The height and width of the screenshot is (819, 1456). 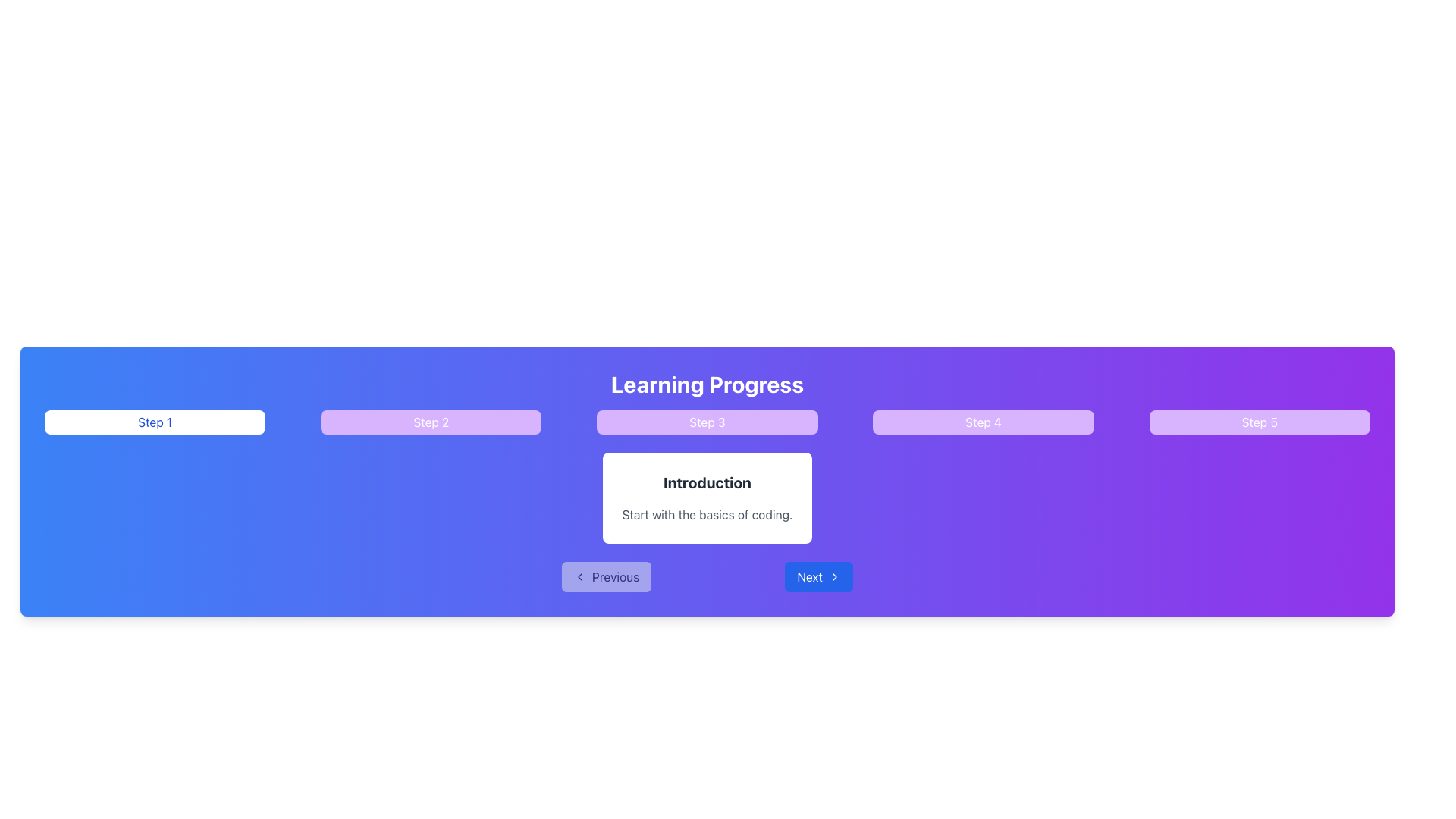 What do you see at coordinates (616, 576) in the screenshot?
I see `text 'Previous' within the button located in the lower-left section of the interface, adjacent to the 'Next' button` at bounding box center [616, 576].